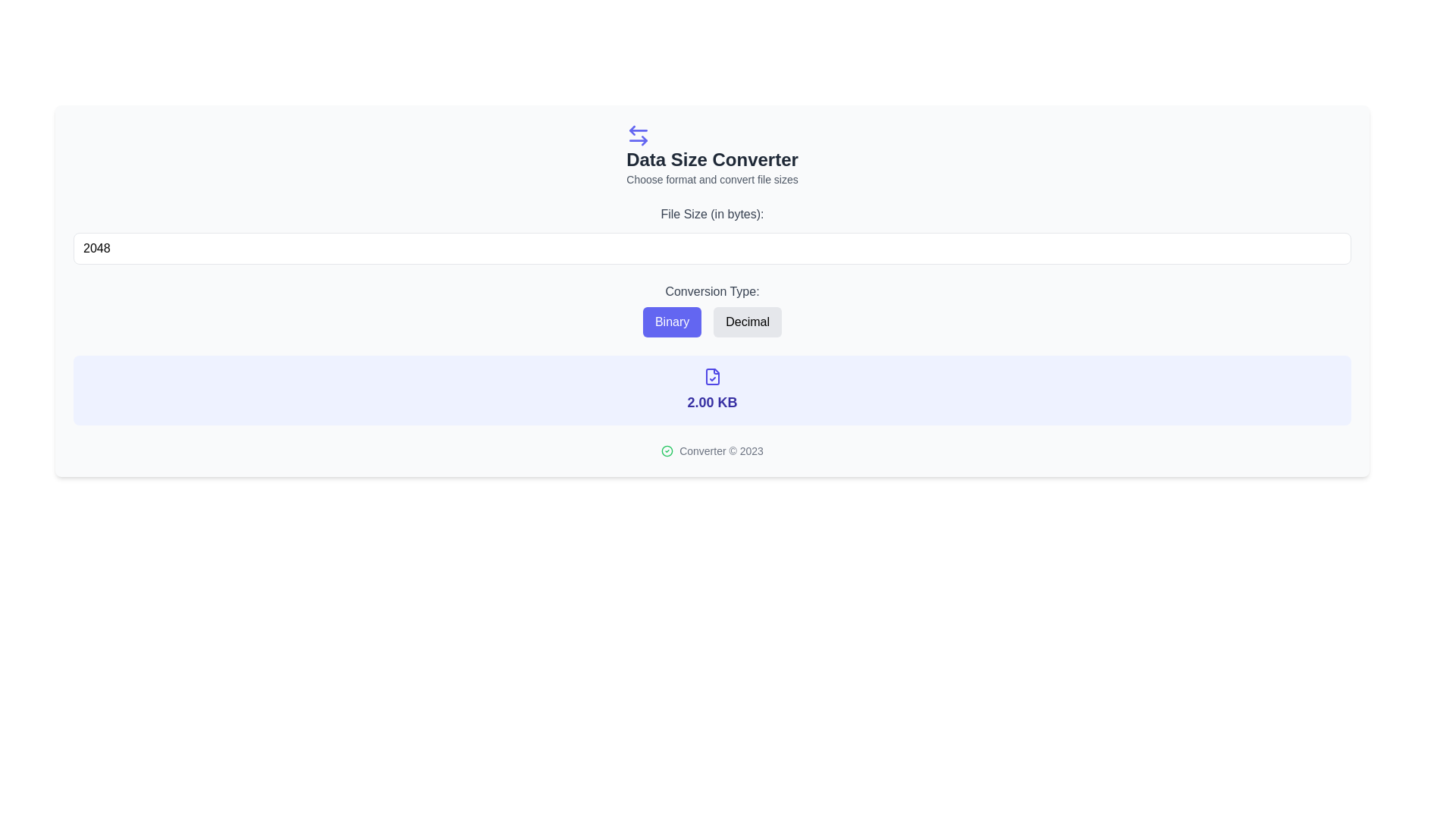 Image resolution: width=1456 pixels, height=819 pixels. What do you see at coordinates (667, 450) in the screenshot?
I see `the circular SVG element with a green border that resembles a checkmark, located on the right side of the interface near the text '2.00 KB'` at bounding box center [667, 450].